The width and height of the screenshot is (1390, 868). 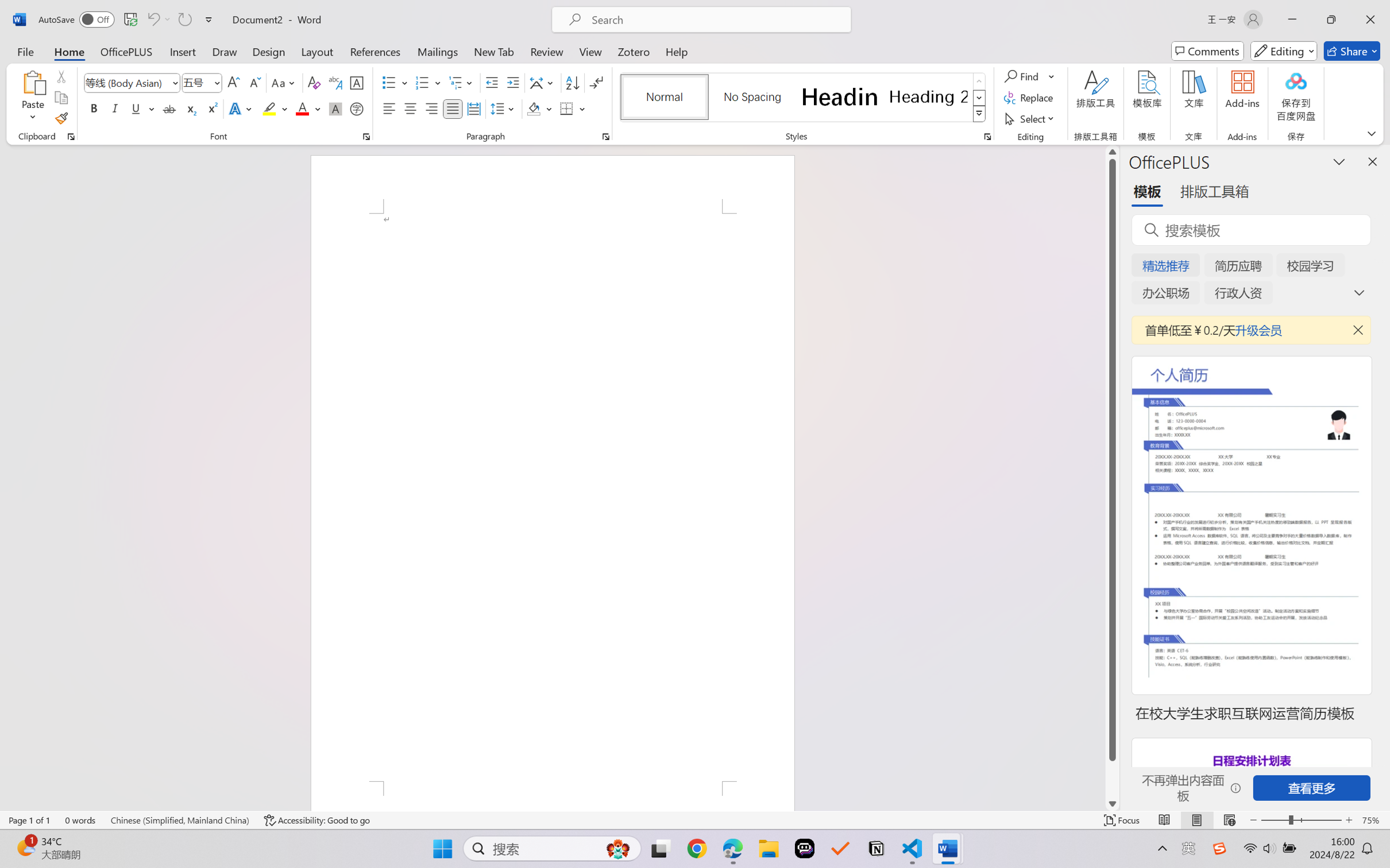 I want to click on 'Find', so click(x=1029, y=75).